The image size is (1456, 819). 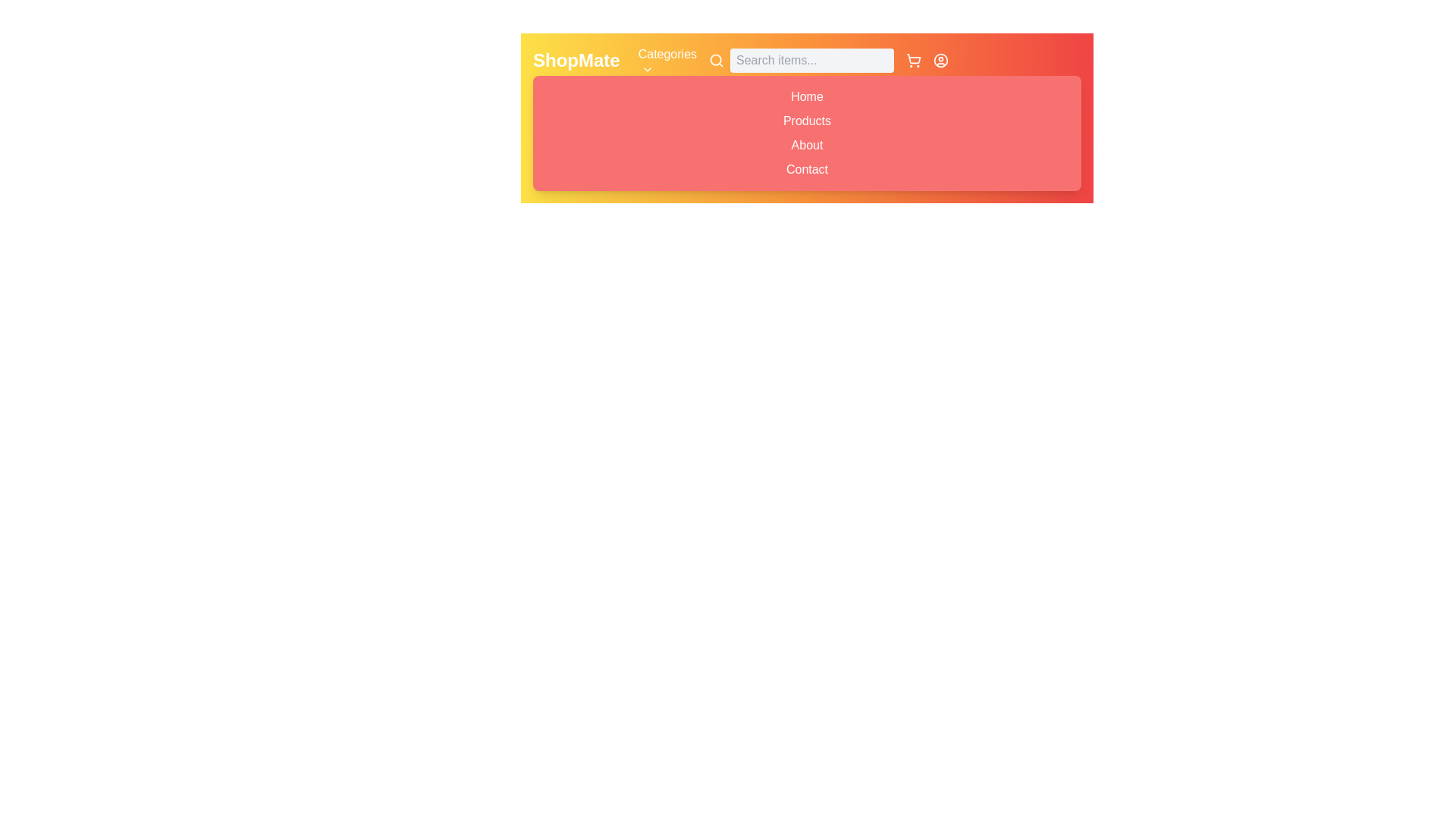 I want to click on the 'Home' hyperlink located in the dropdown menu with a red background, so click(x=806, y=96).